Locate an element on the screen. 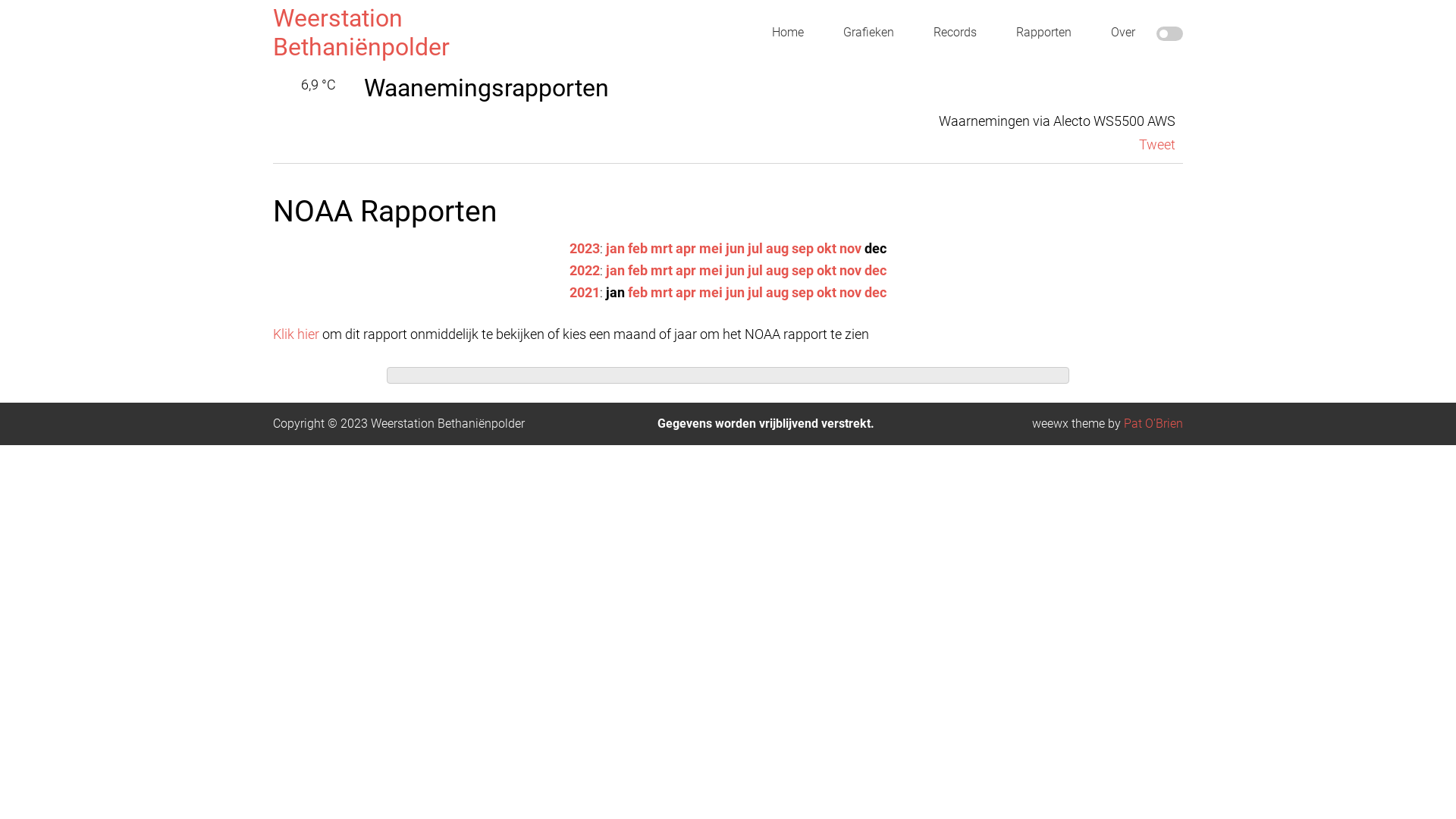 The image size is (1456, 819). '2022' is located at coordinates (584, 269).